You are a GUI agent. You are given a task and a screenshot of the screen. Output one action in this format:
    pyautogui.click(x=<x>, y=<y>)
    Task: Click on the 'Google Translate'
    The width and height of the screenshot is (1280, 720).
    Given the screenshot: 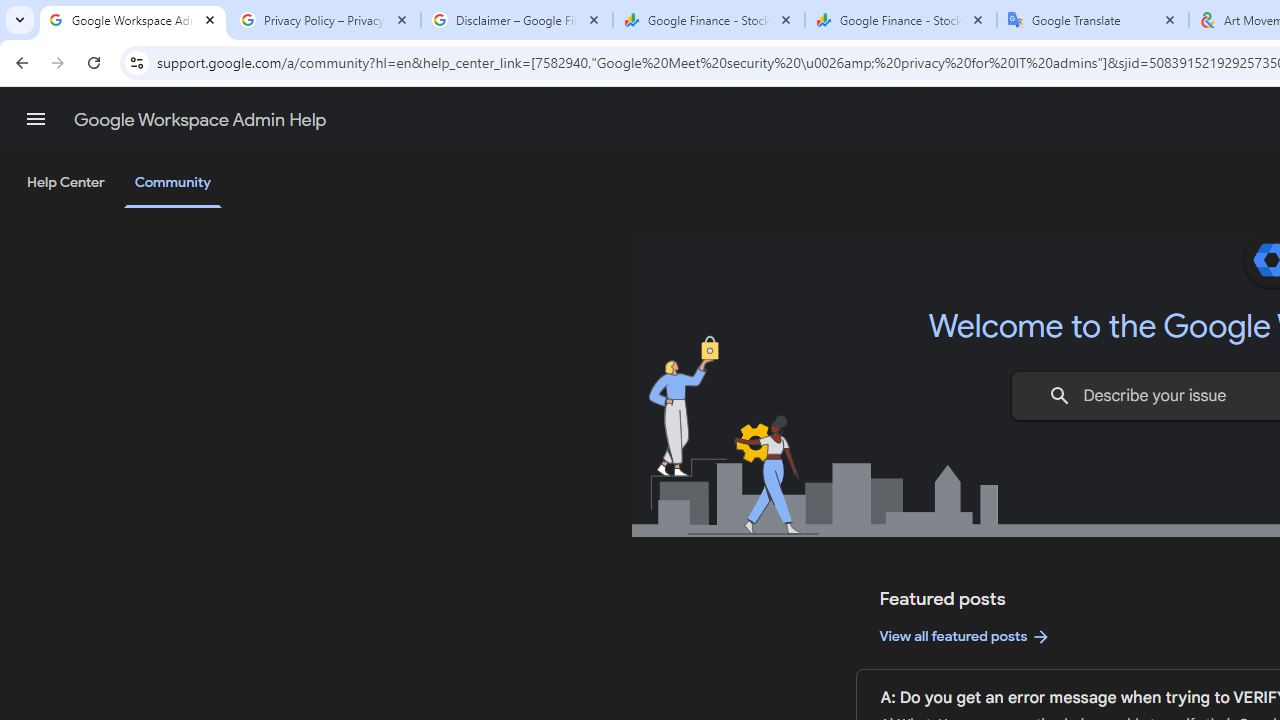 What is the action you would take?
    pyautogui.click(x=1092, y=20)
    